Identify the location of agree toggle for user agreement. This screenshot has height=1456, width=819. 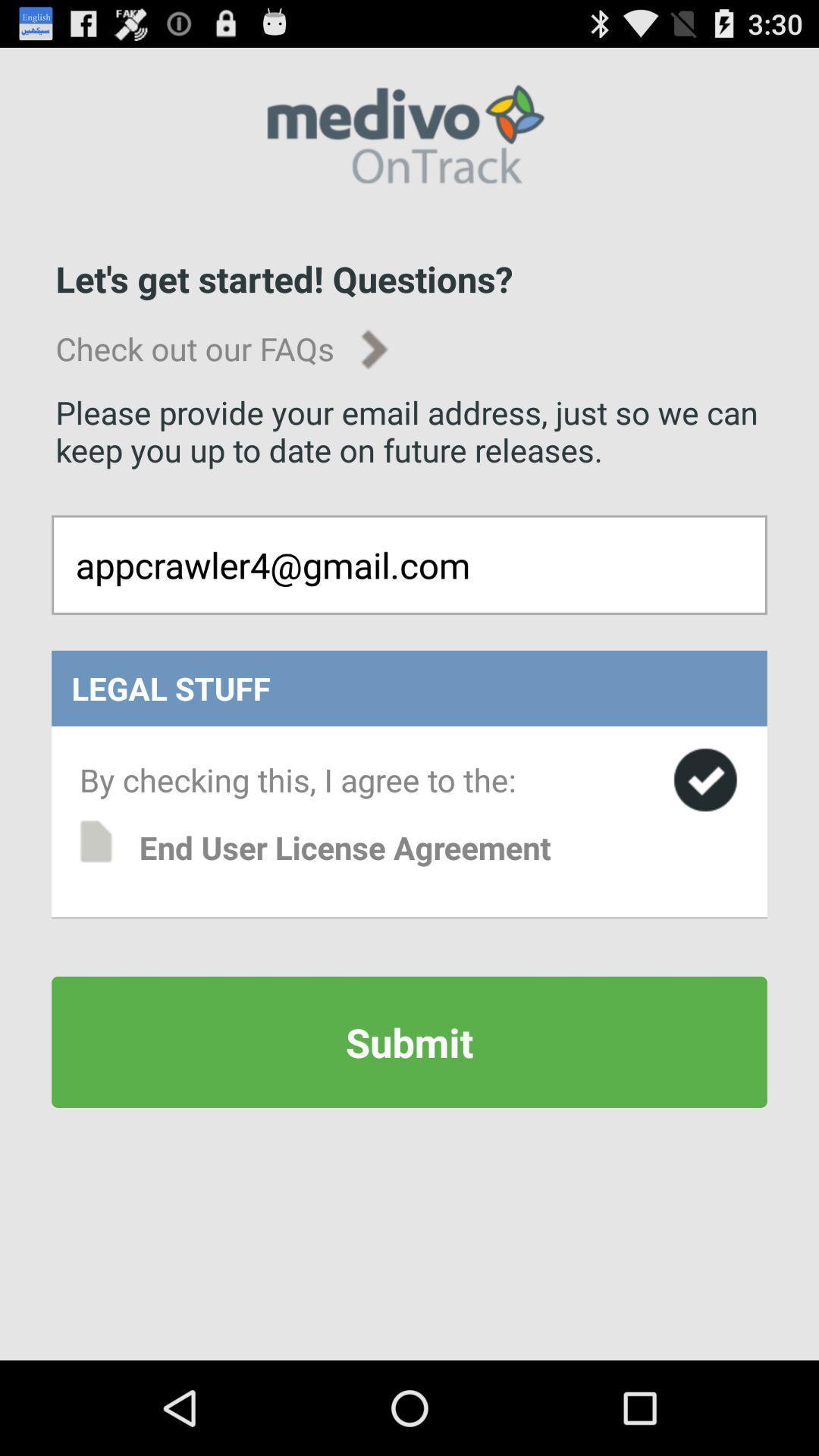
(705, 780).